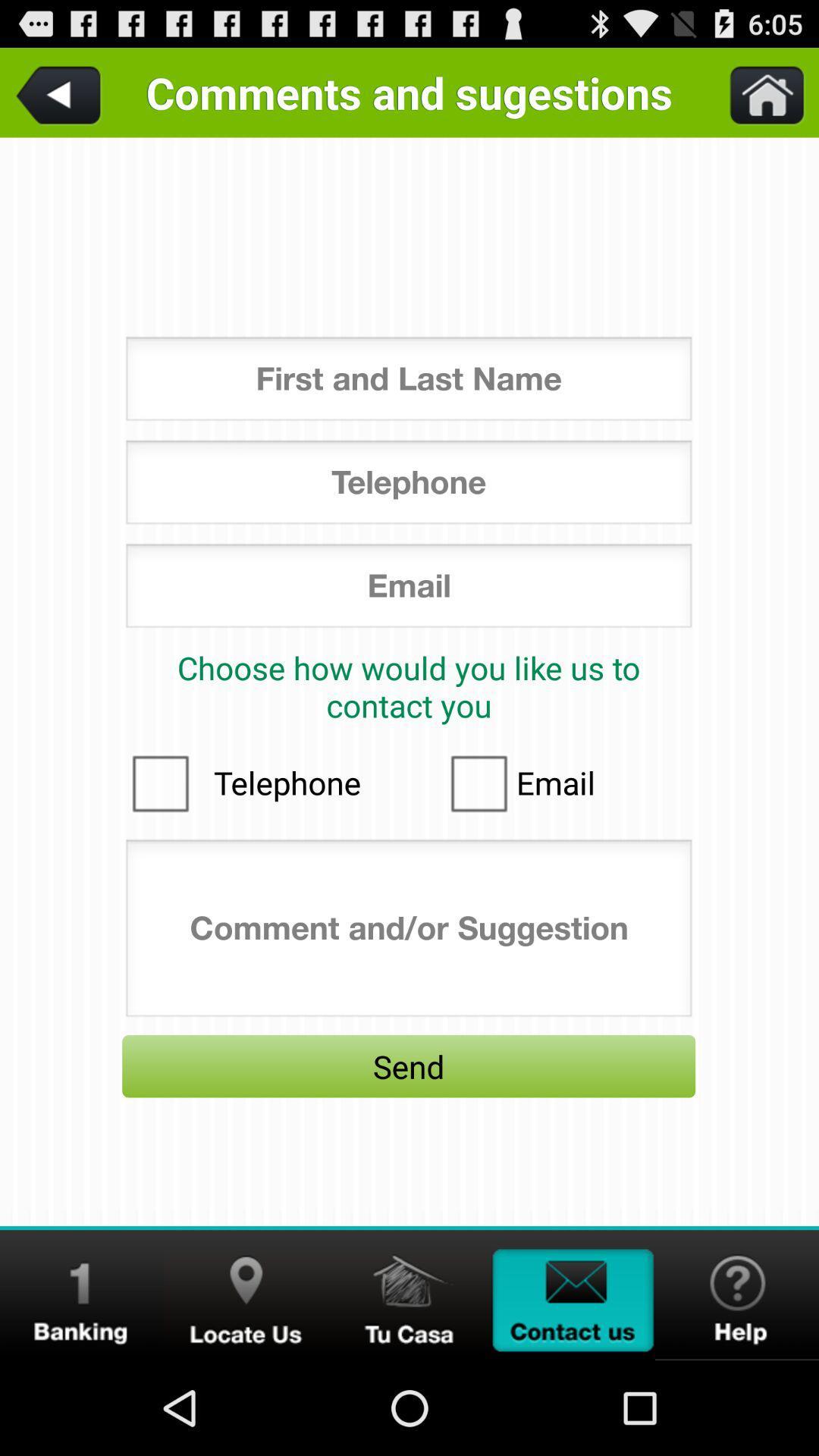 This screenshot has width=819, height=1456. I want to click on the home icon, so click(409, 1386).